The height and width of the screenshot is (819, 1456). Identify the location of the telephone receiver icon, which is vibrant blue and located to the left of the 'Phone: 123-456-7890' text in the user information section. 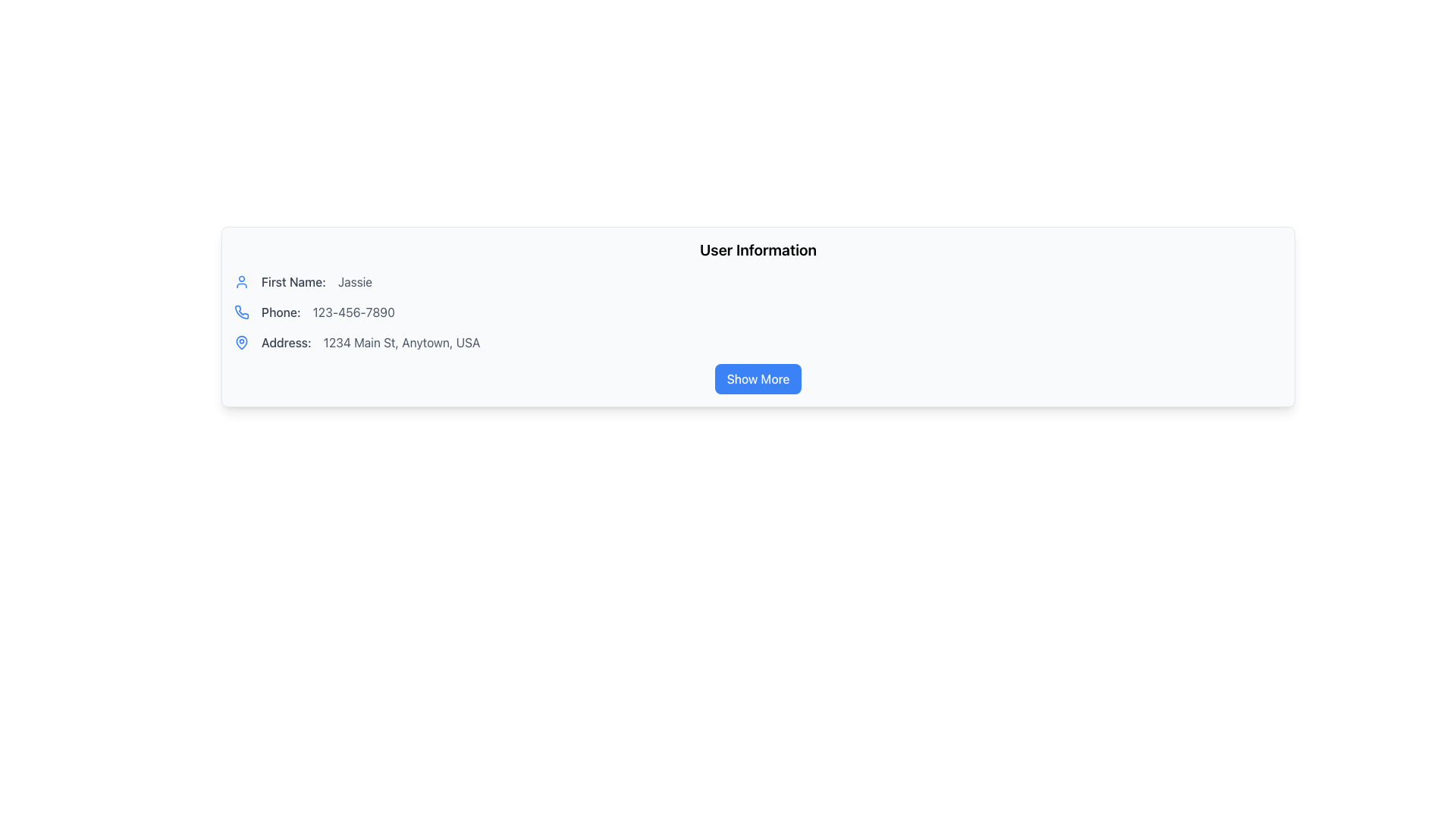
(241, 312).